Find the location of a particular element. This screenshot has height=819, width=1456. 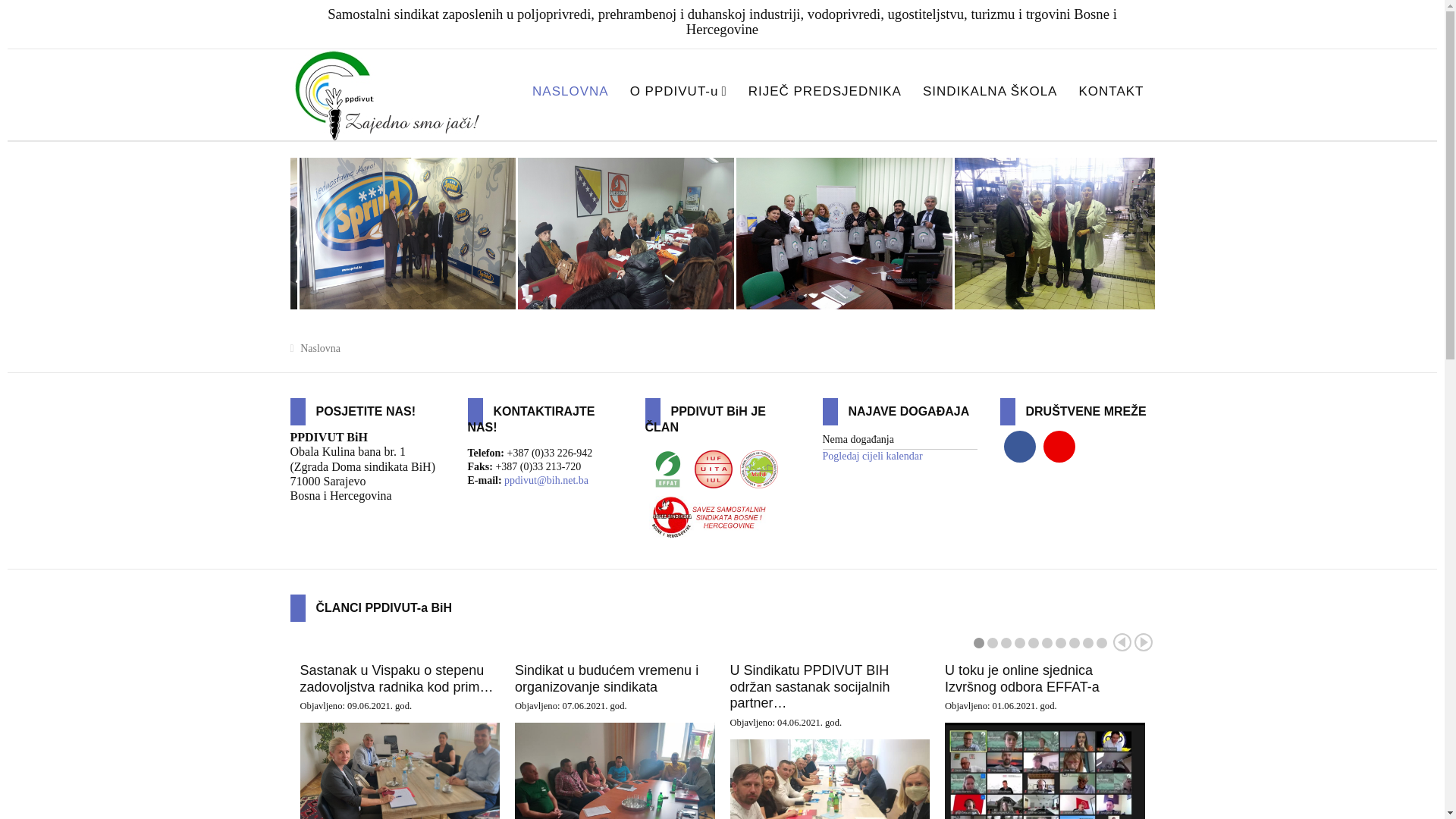

'8' is located at coordinates (1073, 643).